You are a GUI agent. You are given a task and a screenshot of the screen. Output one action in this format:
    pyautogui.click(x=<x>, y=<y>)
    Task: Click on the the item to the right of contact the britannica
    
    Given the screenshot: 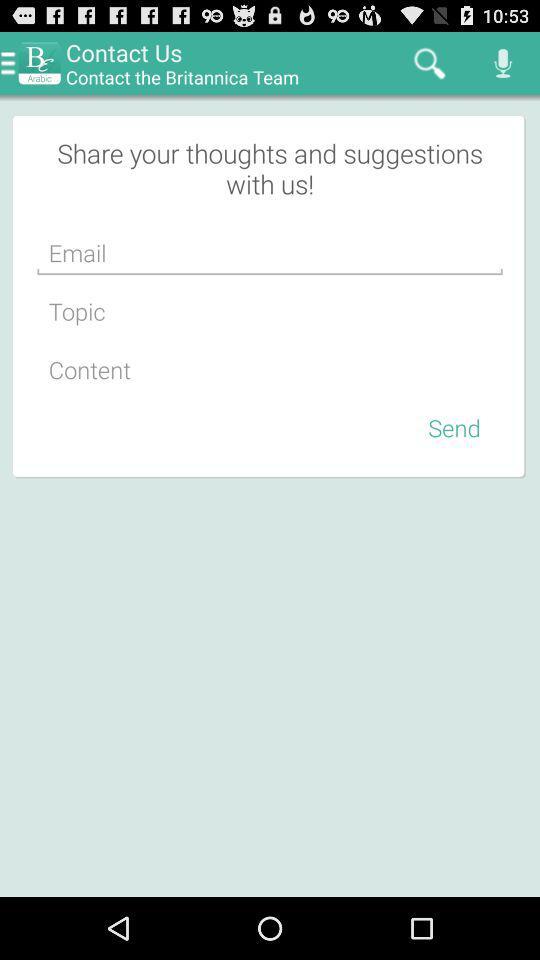 What is the action you would take?
    pyautogui.click(x=428, y=62)
    